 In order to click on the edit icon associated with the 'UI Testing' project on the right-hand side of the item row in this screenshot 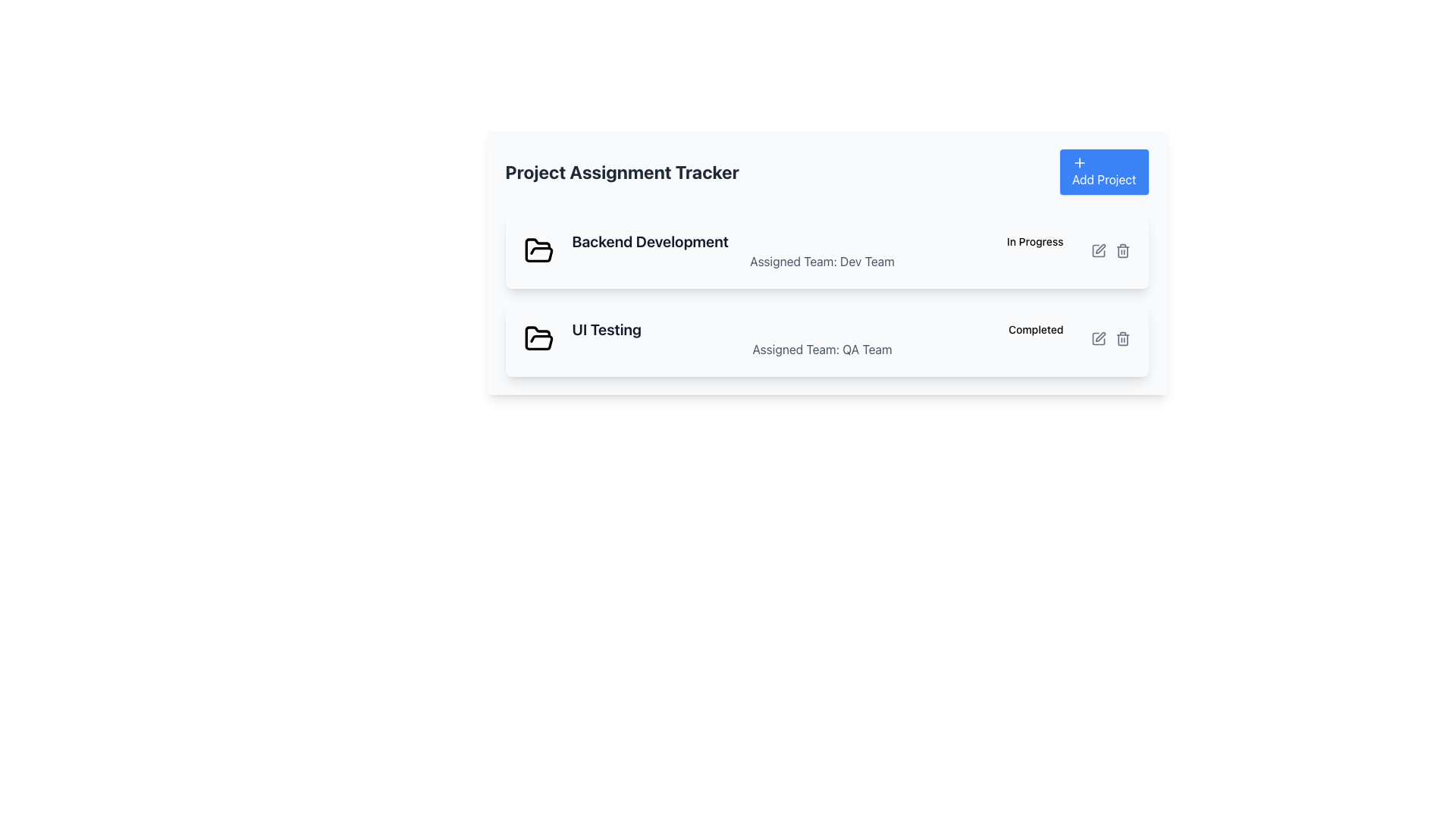, I will do `click(1098, 338)`.